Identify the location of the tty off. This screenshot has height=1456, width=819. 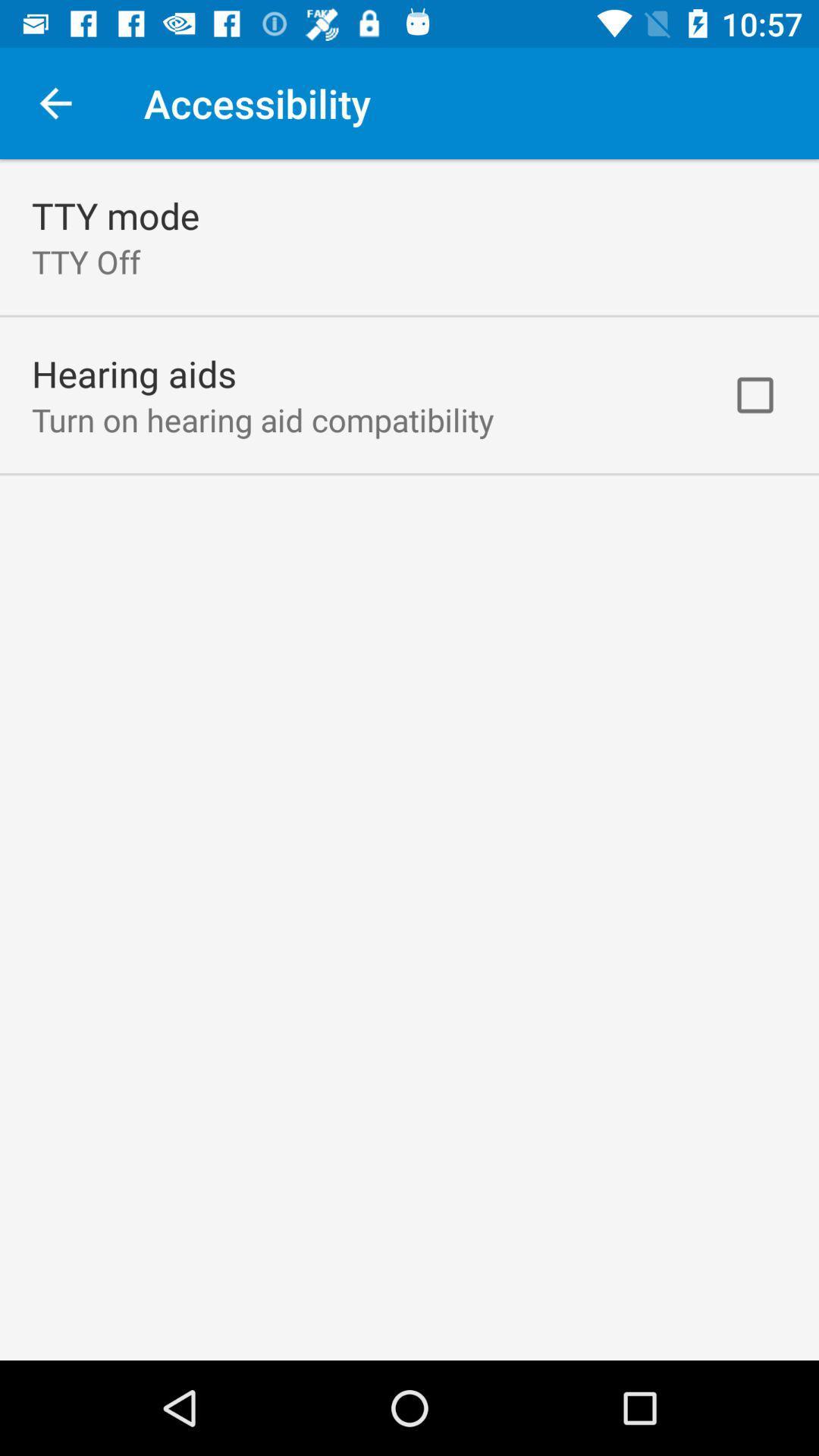
(86, 262).